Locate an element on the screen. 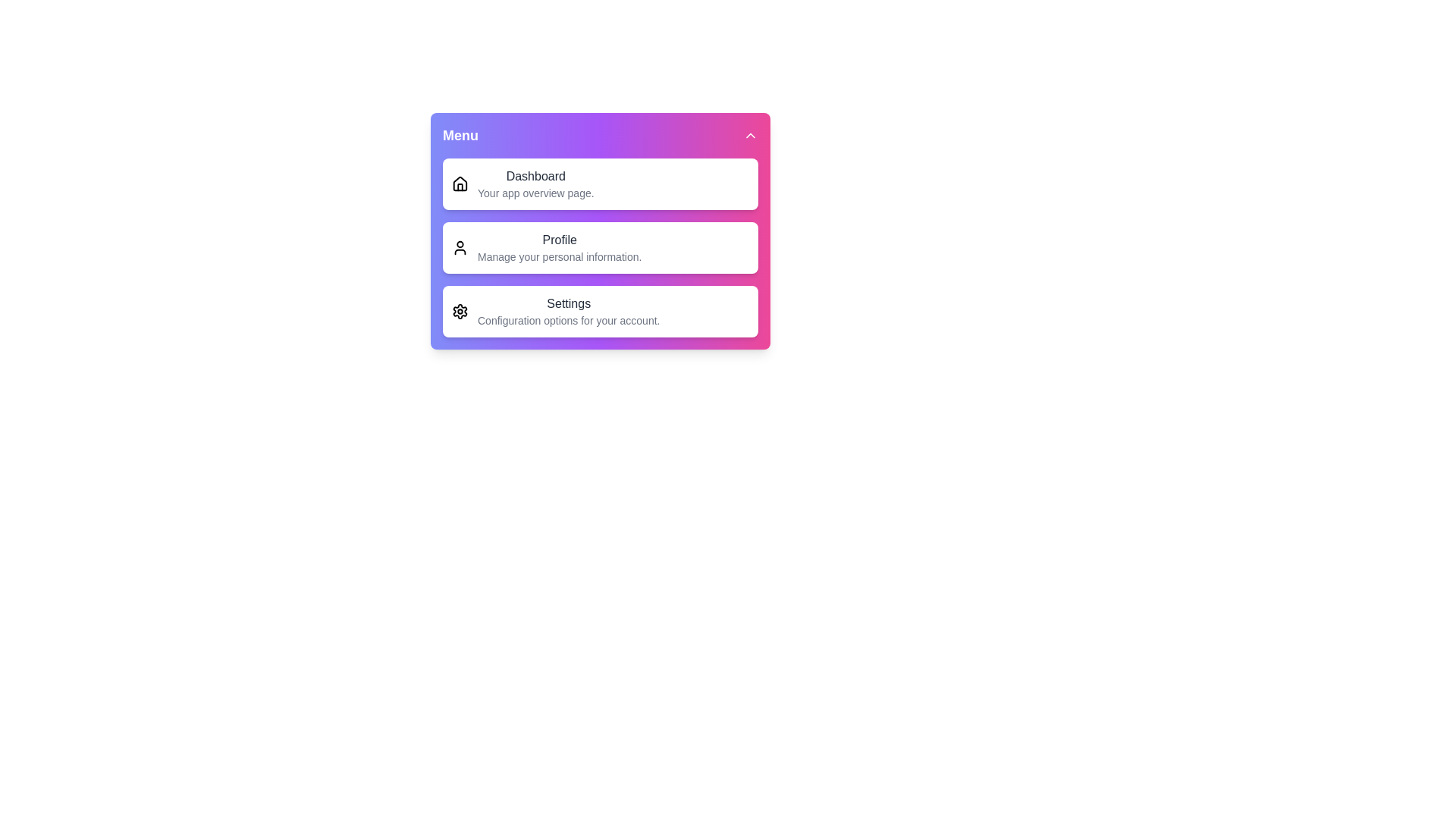 This screenshot has width=1456, height=819. the 'Profile' menu item is located at coordinates (600, 247).